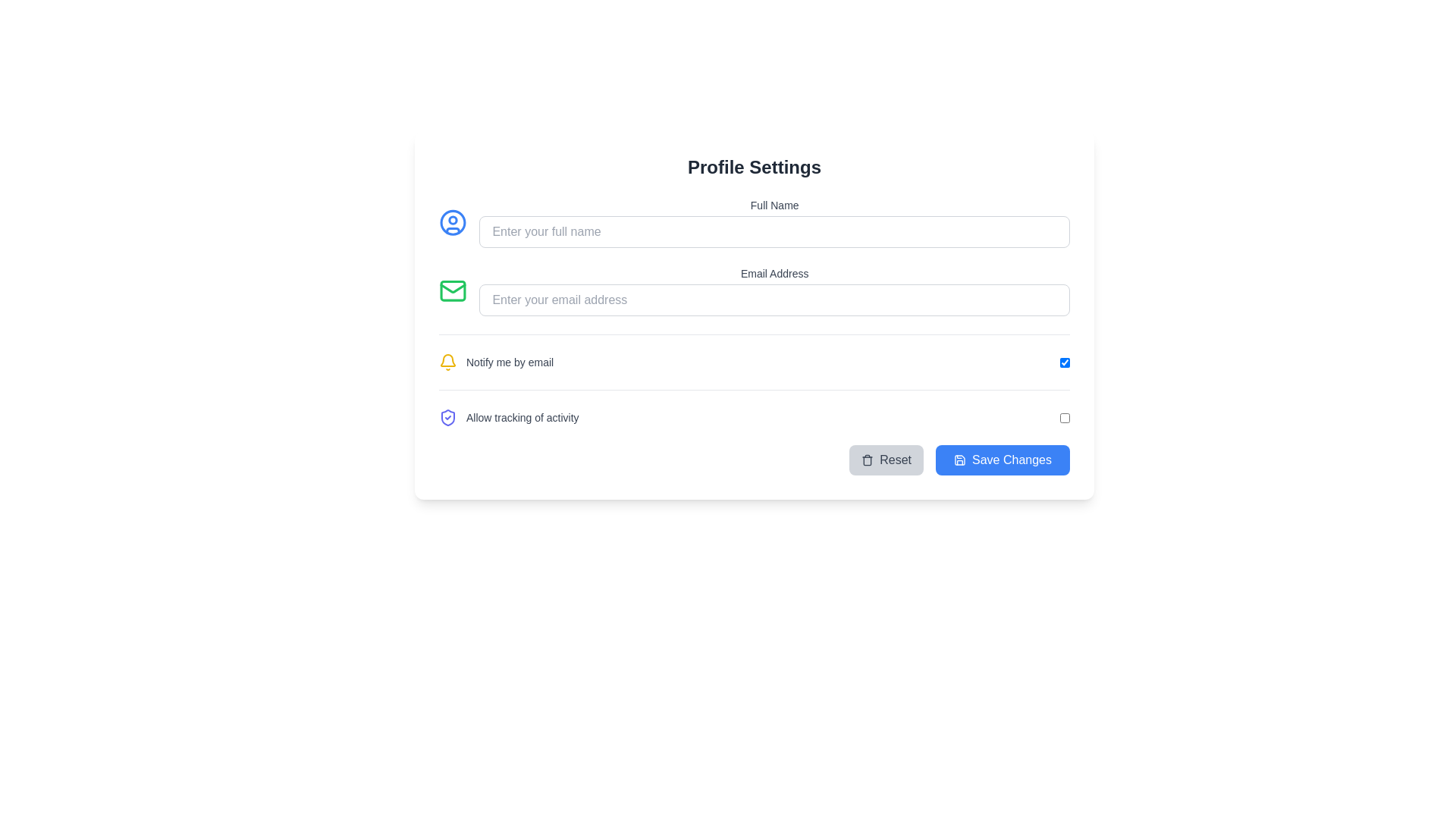 This screenshot has height=819, width=1456. What do you see at coordinates (522, 418) in the screenshot?
I see `the text label that describes the setting related to tracking activity, located on the right side of the row with a shield icon, below the 'Notify me by email' option in the profile settings` at bounding box center [522, 418].